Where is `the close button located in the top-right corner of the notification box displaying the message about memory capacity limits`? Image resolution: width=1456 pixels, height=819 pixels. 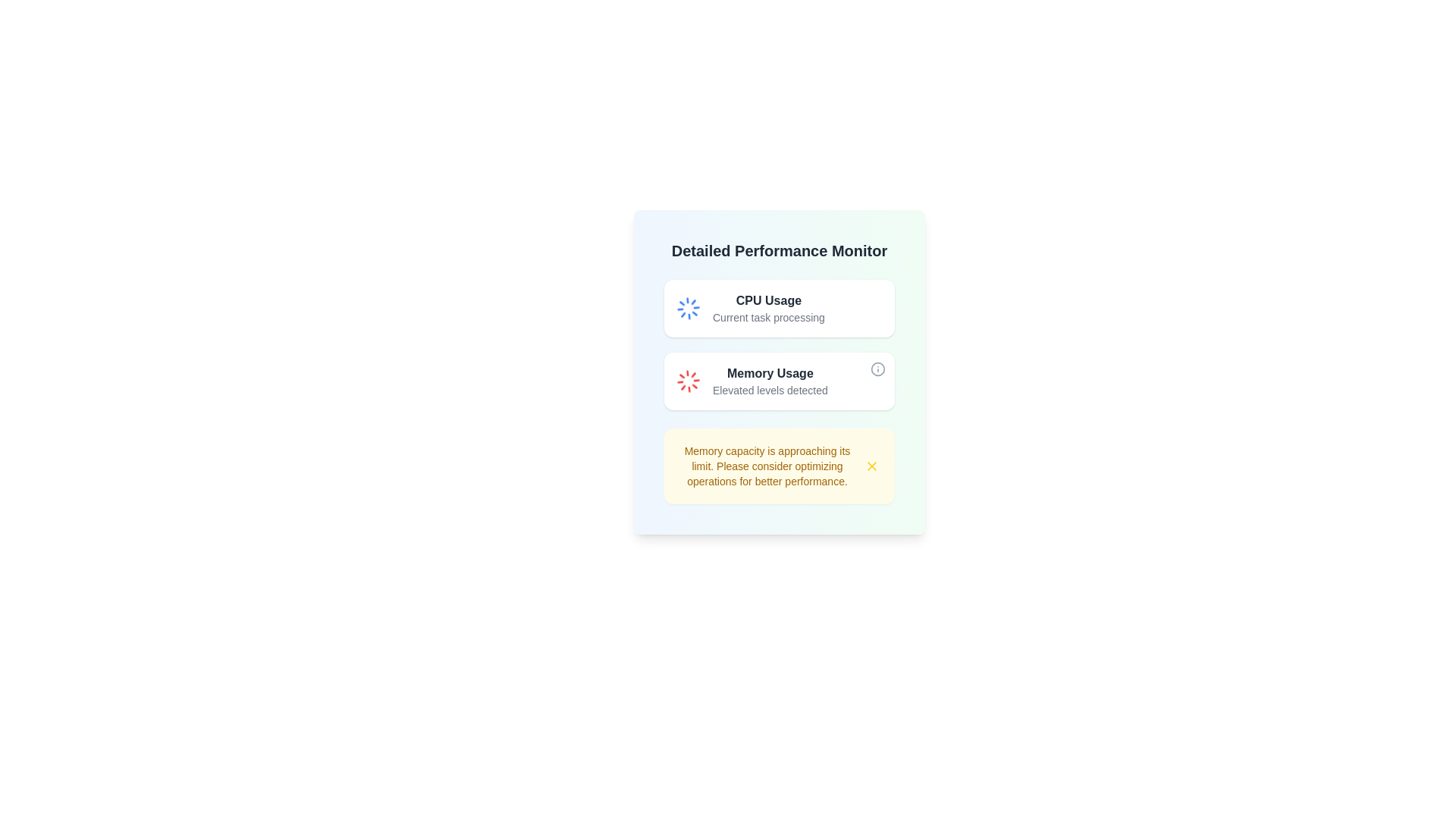
the close button located in the top-right corner of the notification box displaying the message about memory capacity limits is located at coordinates (872, 465).